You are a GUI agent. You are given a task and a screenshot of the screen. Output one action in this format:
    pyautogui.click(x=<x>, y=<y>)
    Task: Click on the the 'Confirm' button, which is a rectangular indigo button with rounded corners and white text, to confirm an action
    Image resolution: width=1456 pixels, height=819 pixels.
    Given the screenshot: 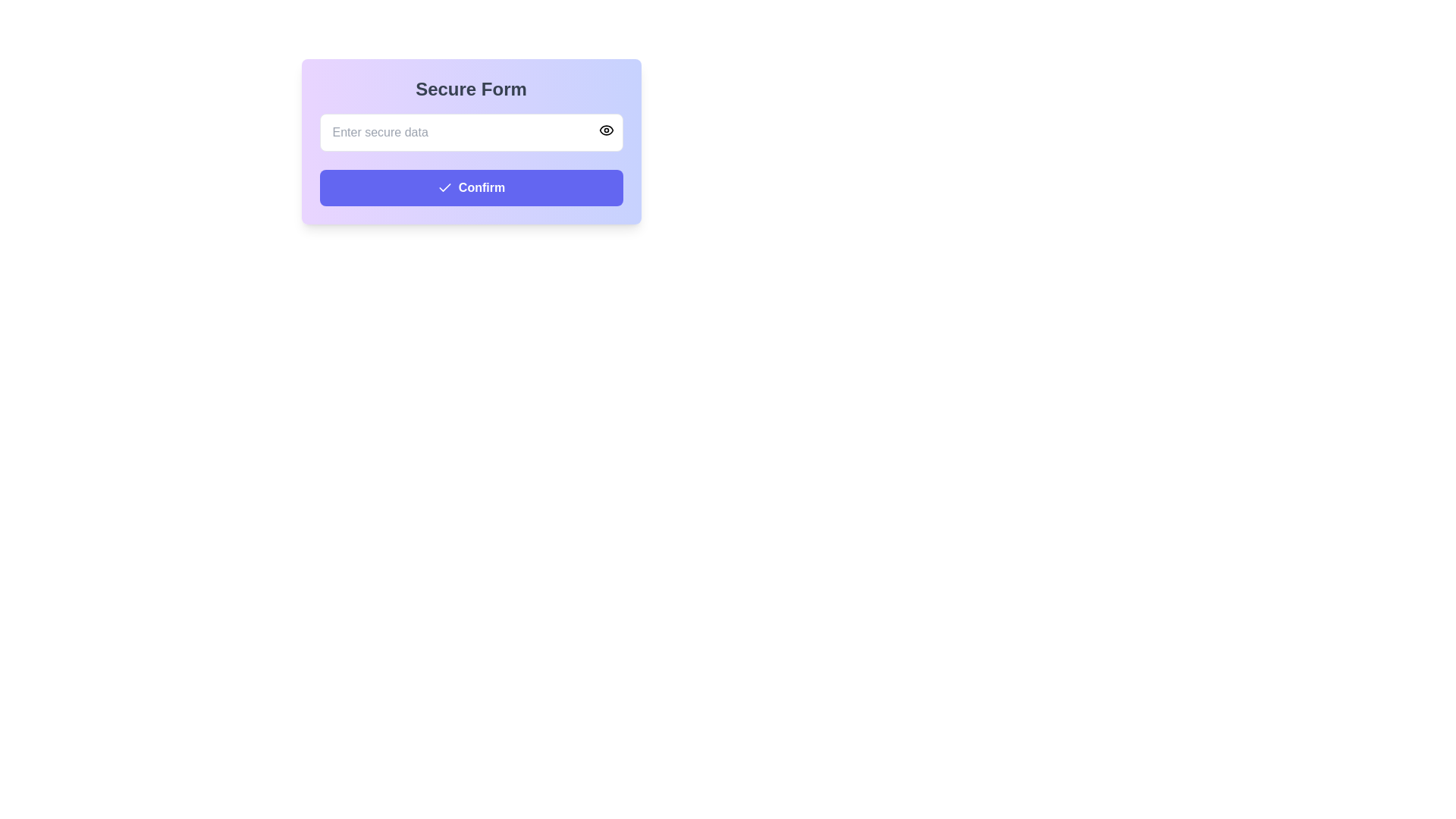 What is the action you would take?
    pyautogui.click(x=470, y=187)
    